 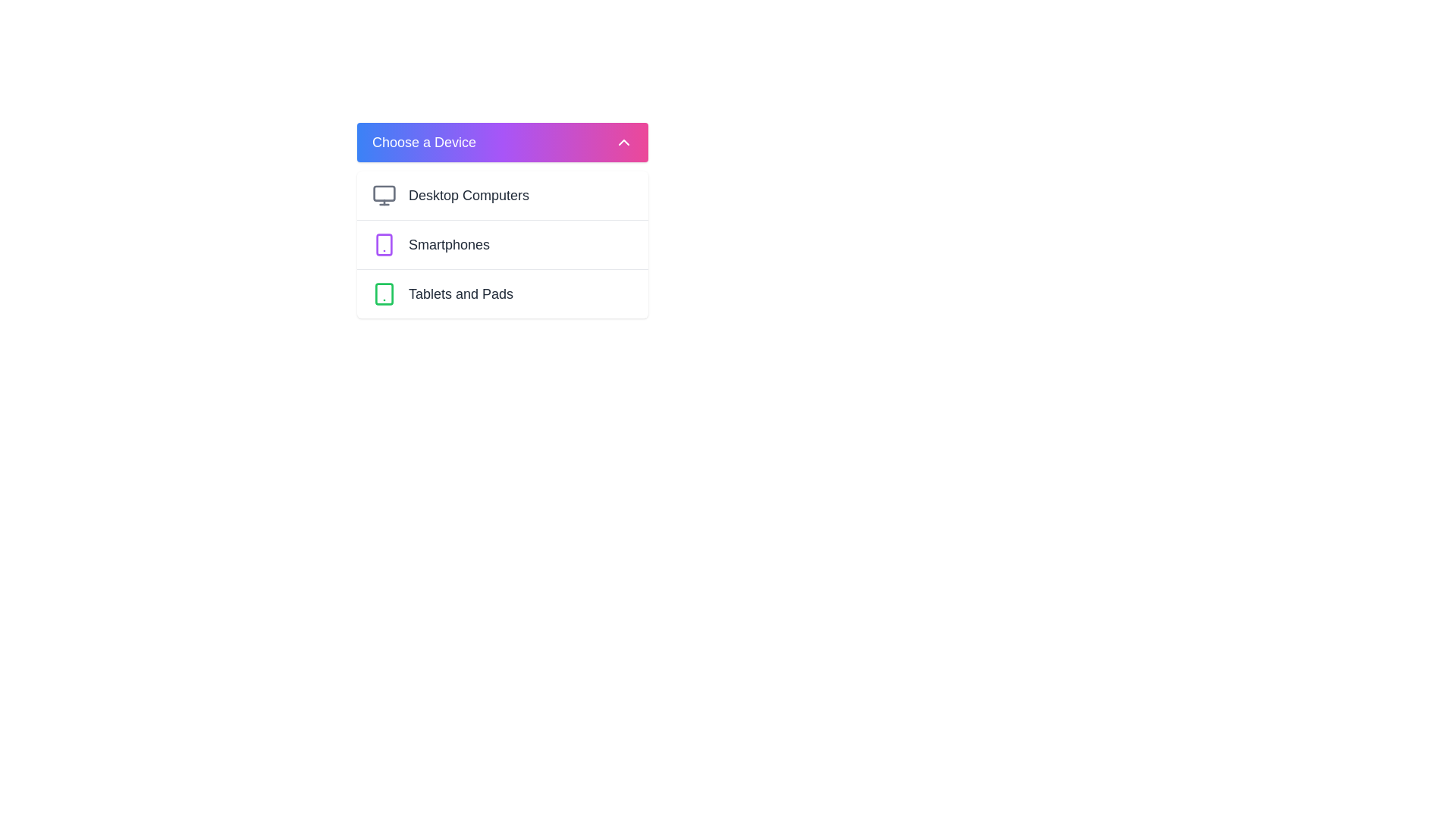 What do you see at coordinates (448, 244) in the screenshot?
I see `the text label displaying 'Smartphones' which is the second item in the vertical menu under 'Choose a Device'` at bounding box center [448, 244].